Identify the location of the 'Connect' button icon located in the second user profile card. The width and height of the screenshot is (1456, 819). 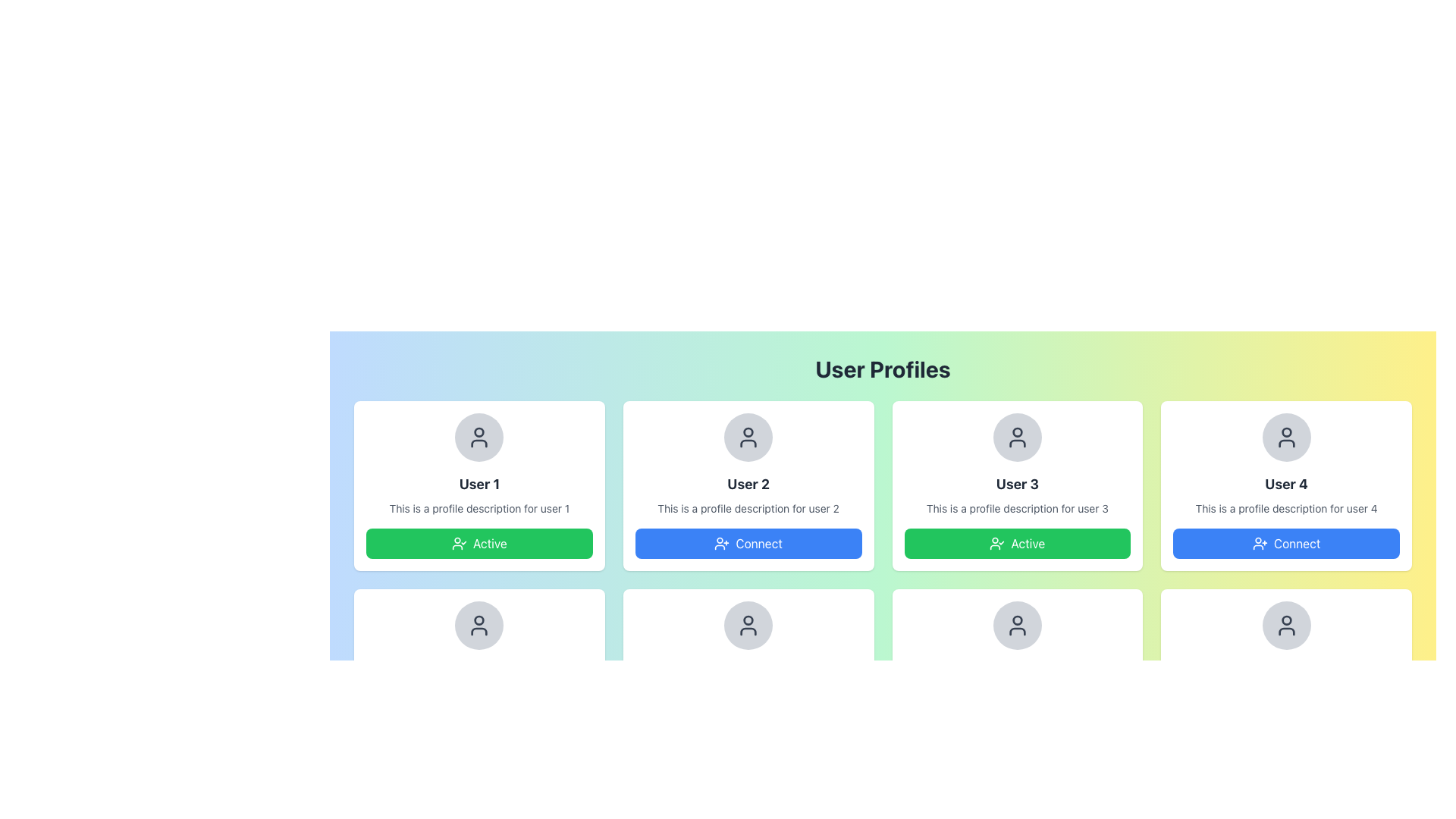
(721, 543).